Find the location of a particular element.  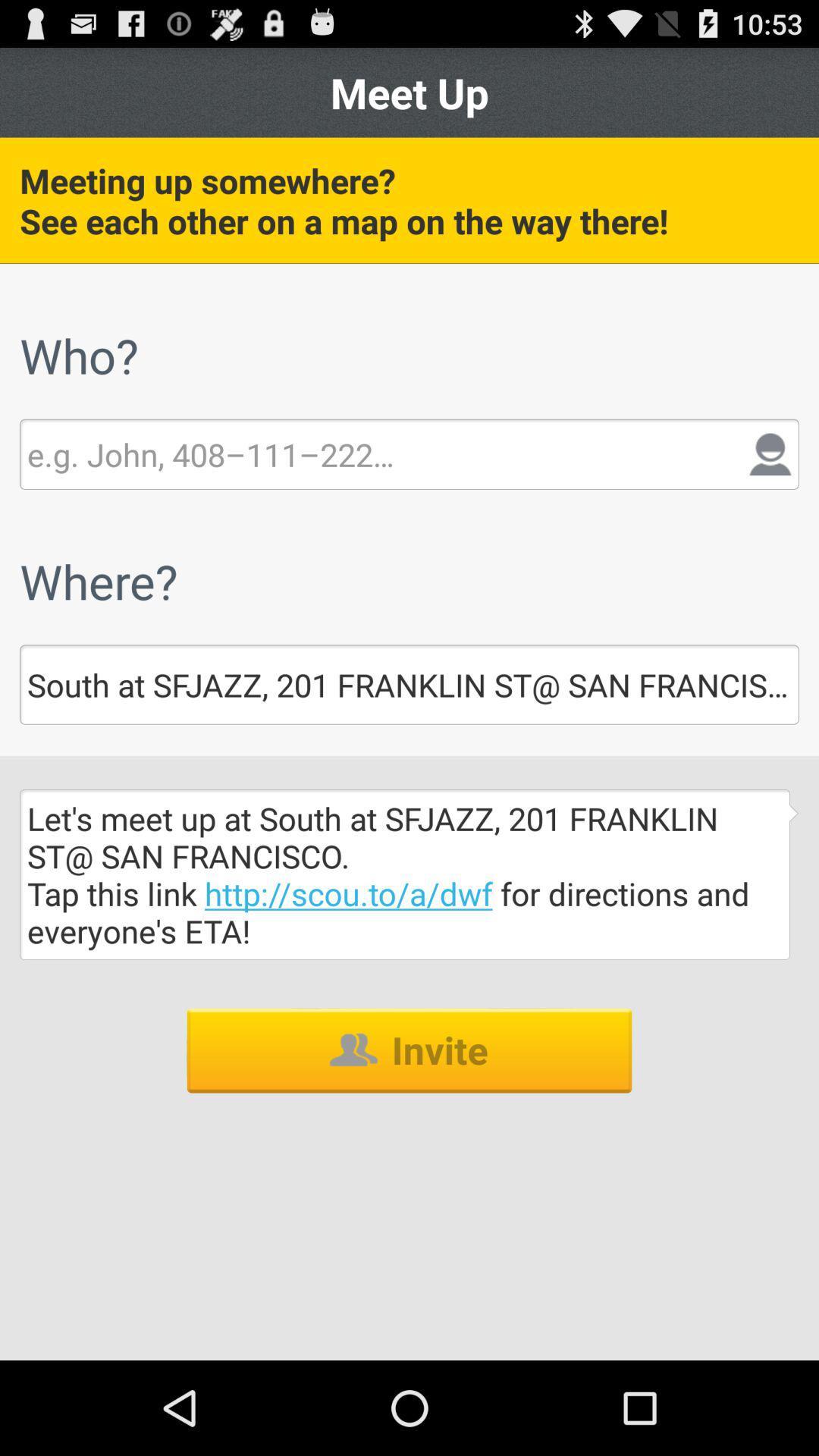

type here is located at coordinates (210, 453).